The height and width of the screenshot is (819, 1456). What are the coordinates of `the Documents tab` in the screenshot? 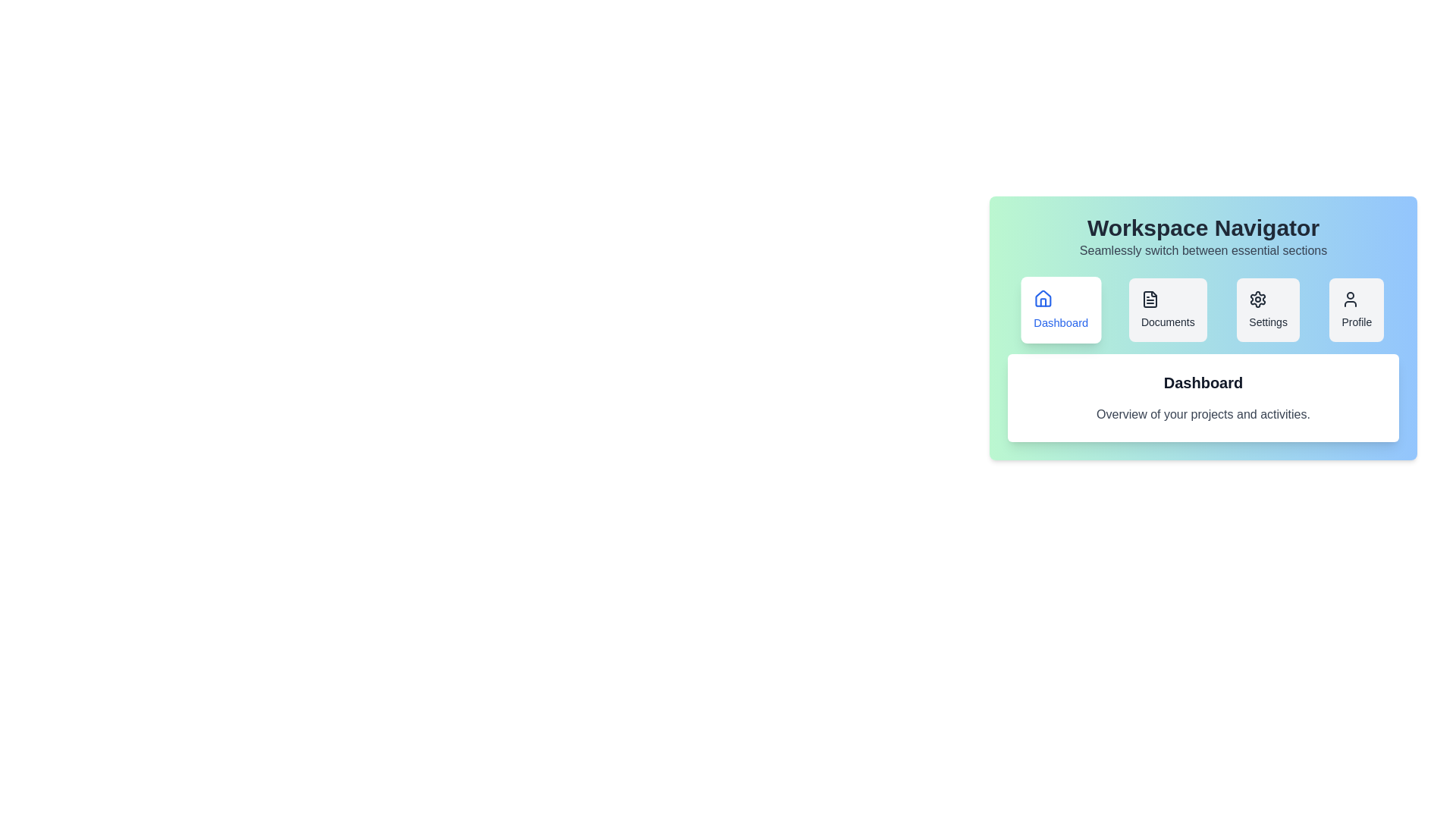 It's located at (1167, 309).